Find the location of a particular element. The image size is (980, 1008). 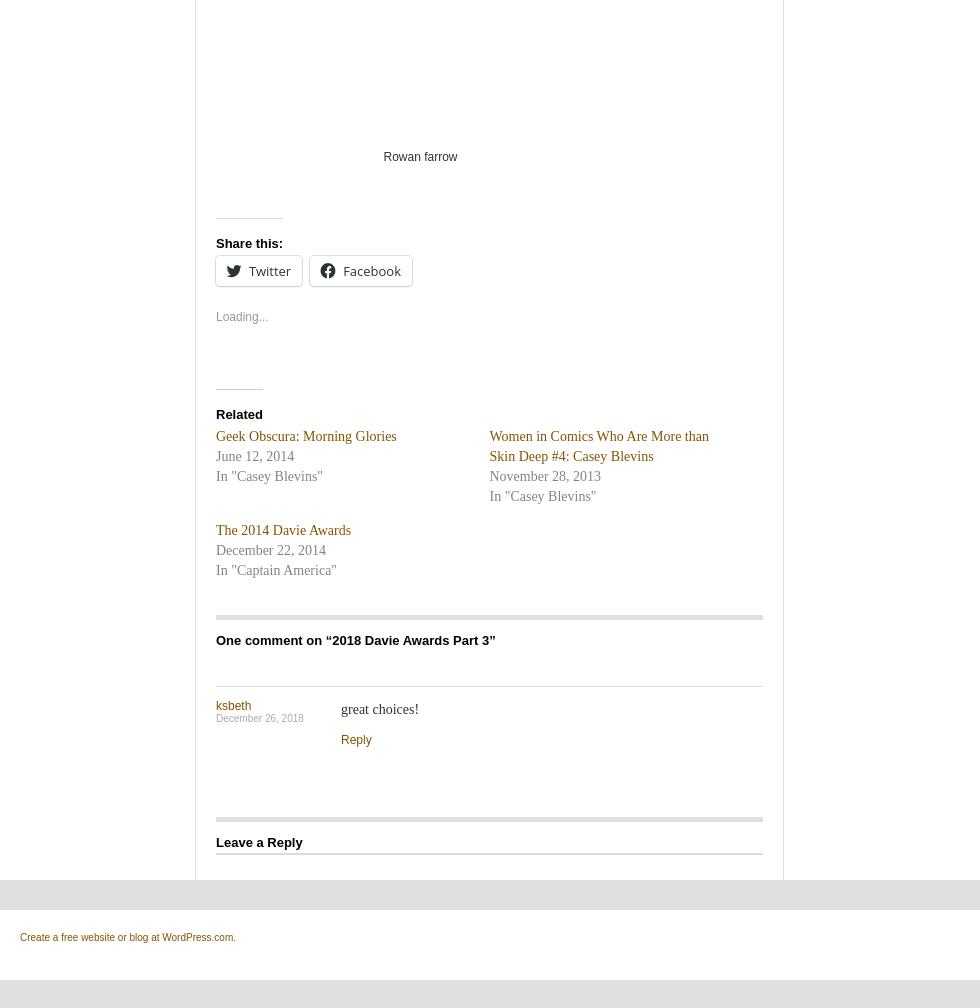

'Twitter' is located at coordinates (269, 270).